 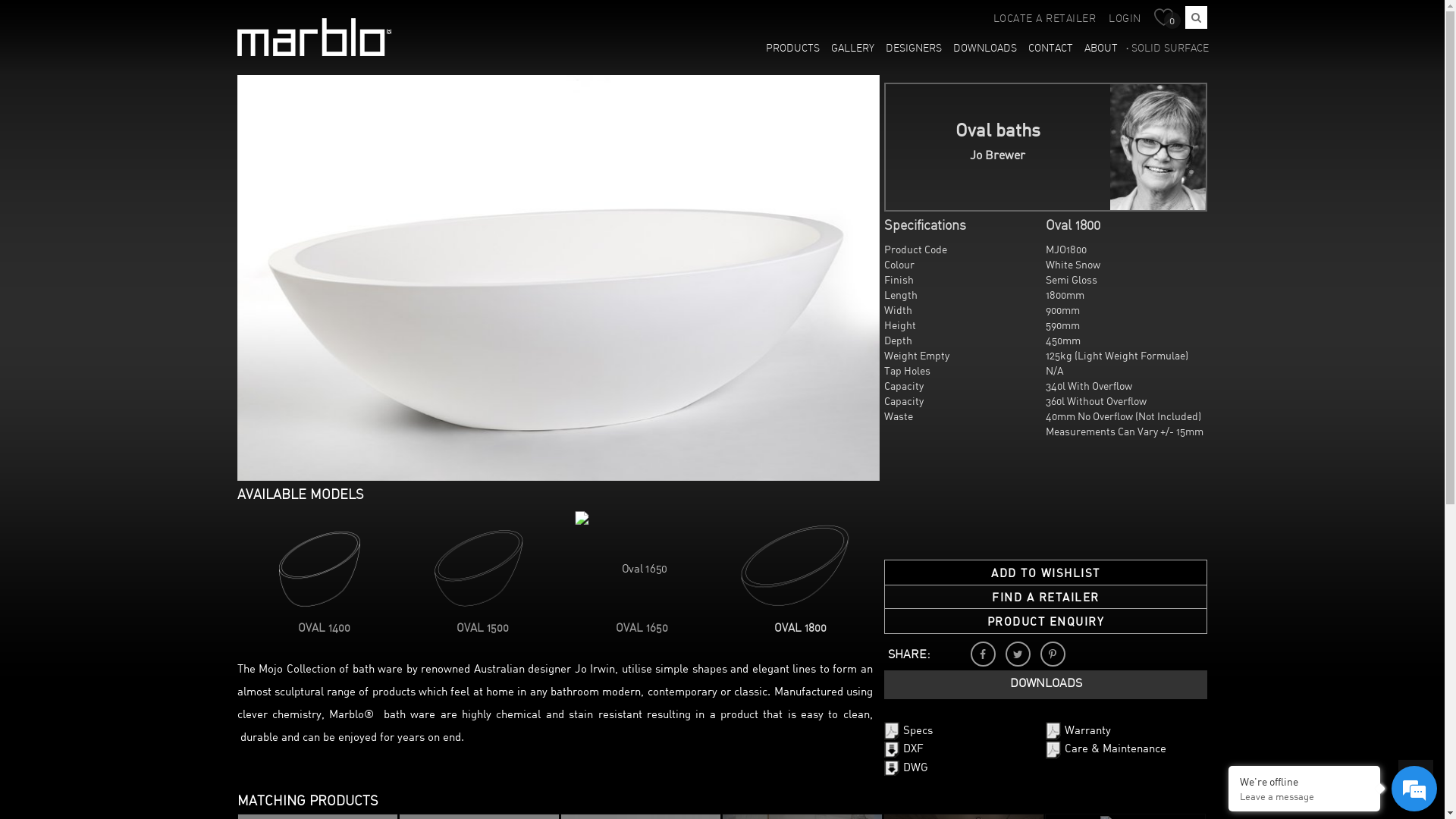 I want to click on 'Oval 1800', so click(x=789, y=565).